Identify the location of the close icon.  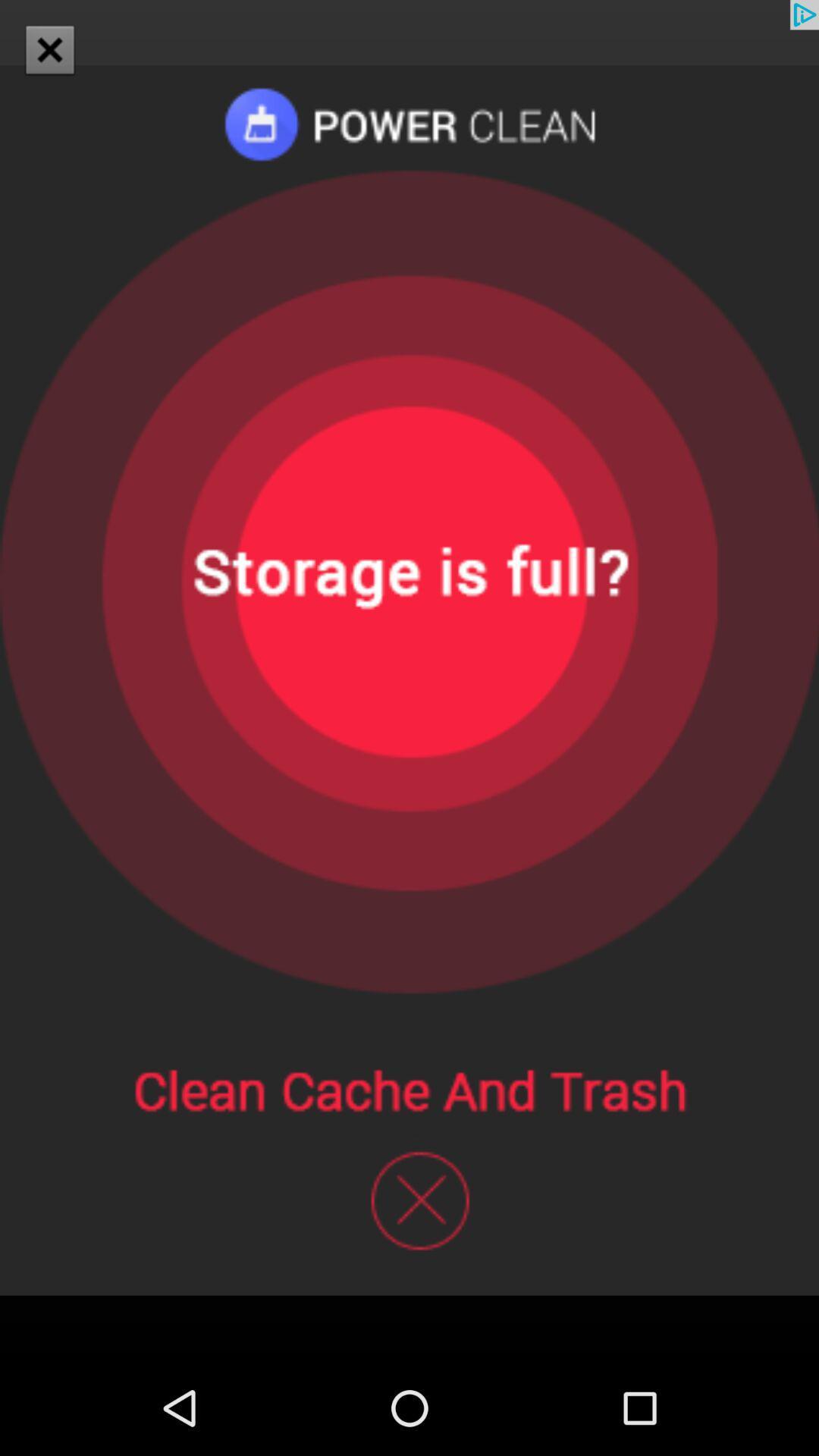
(69, 74).